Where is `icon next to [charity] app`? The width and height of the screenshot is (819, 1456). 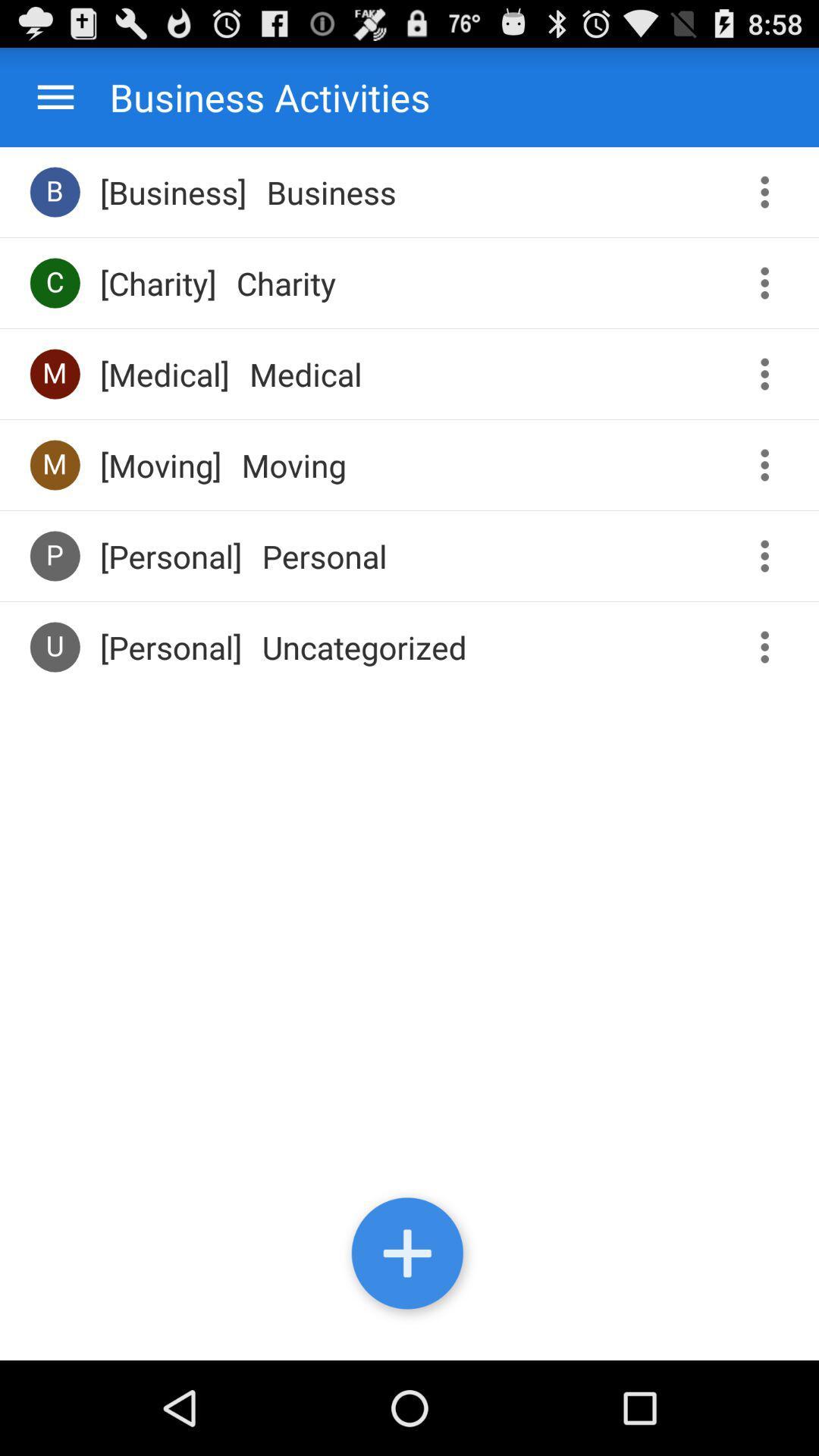 icon next to [charity] app is located at coordinates (54, 283).